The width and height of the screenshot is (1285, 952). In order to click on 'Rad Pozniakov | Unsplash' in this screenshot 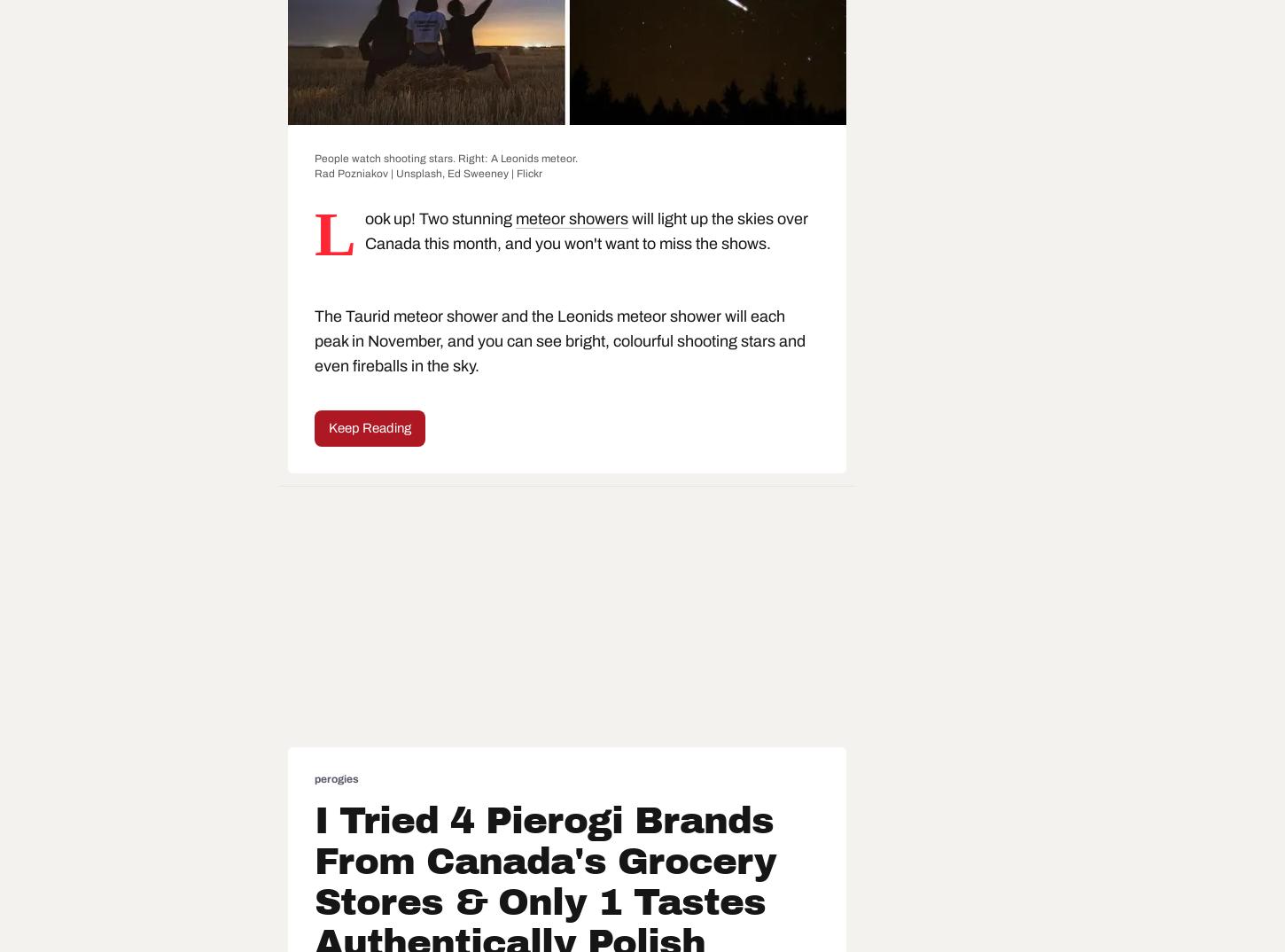, I will do `click(378, 174)`.